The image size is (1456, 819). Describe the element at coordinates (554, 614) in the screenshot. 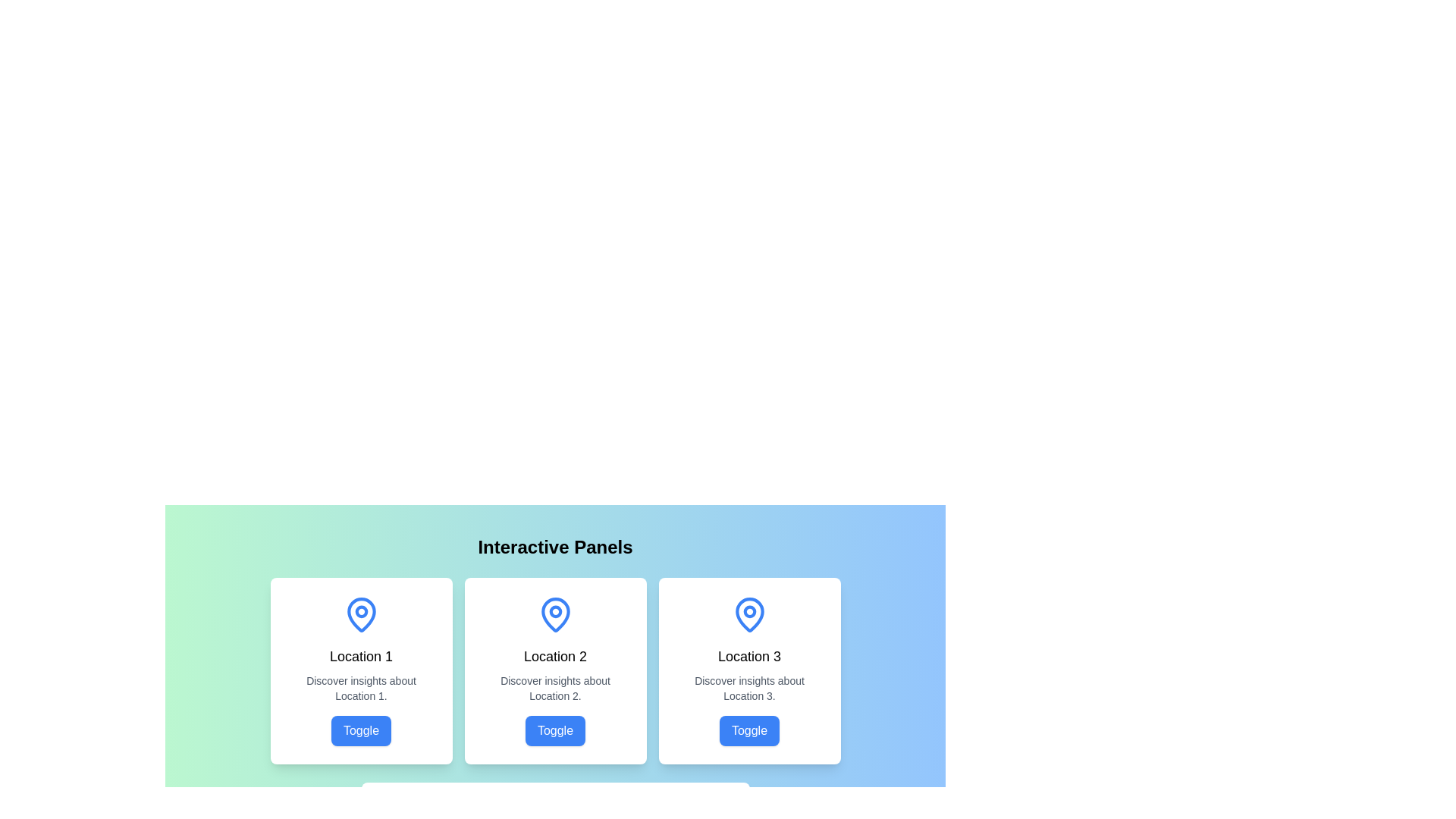

I see `the location icon positioned at the top of the 'Location 2' card, which visually represents the concept of a location` at that location.